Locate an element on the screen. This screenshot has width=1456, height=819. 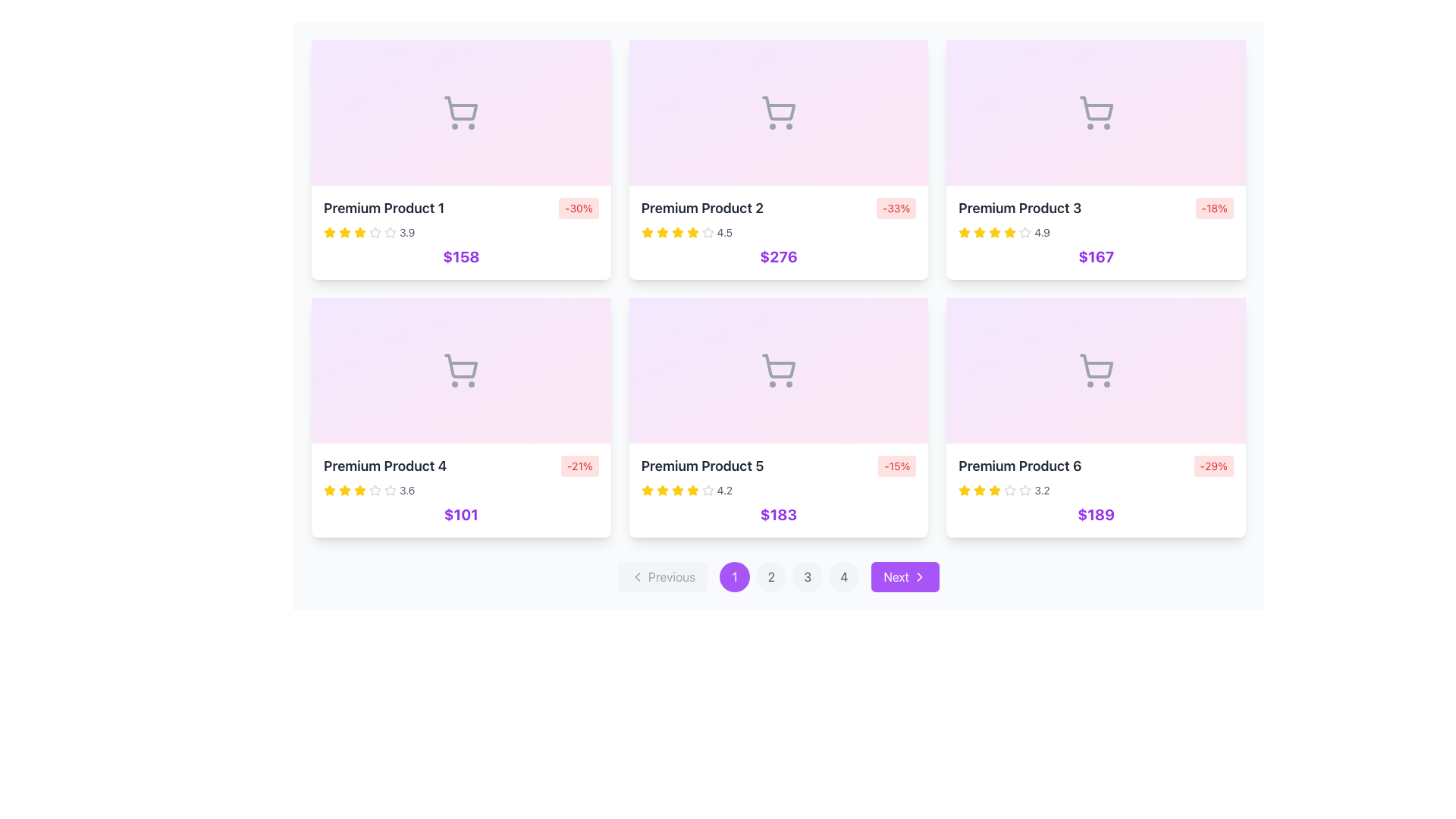
the yellow star-shaped icon representing the third star in the rating row for 'Premium Product 3' to get details about the rating is located at coordinates (980, 232).